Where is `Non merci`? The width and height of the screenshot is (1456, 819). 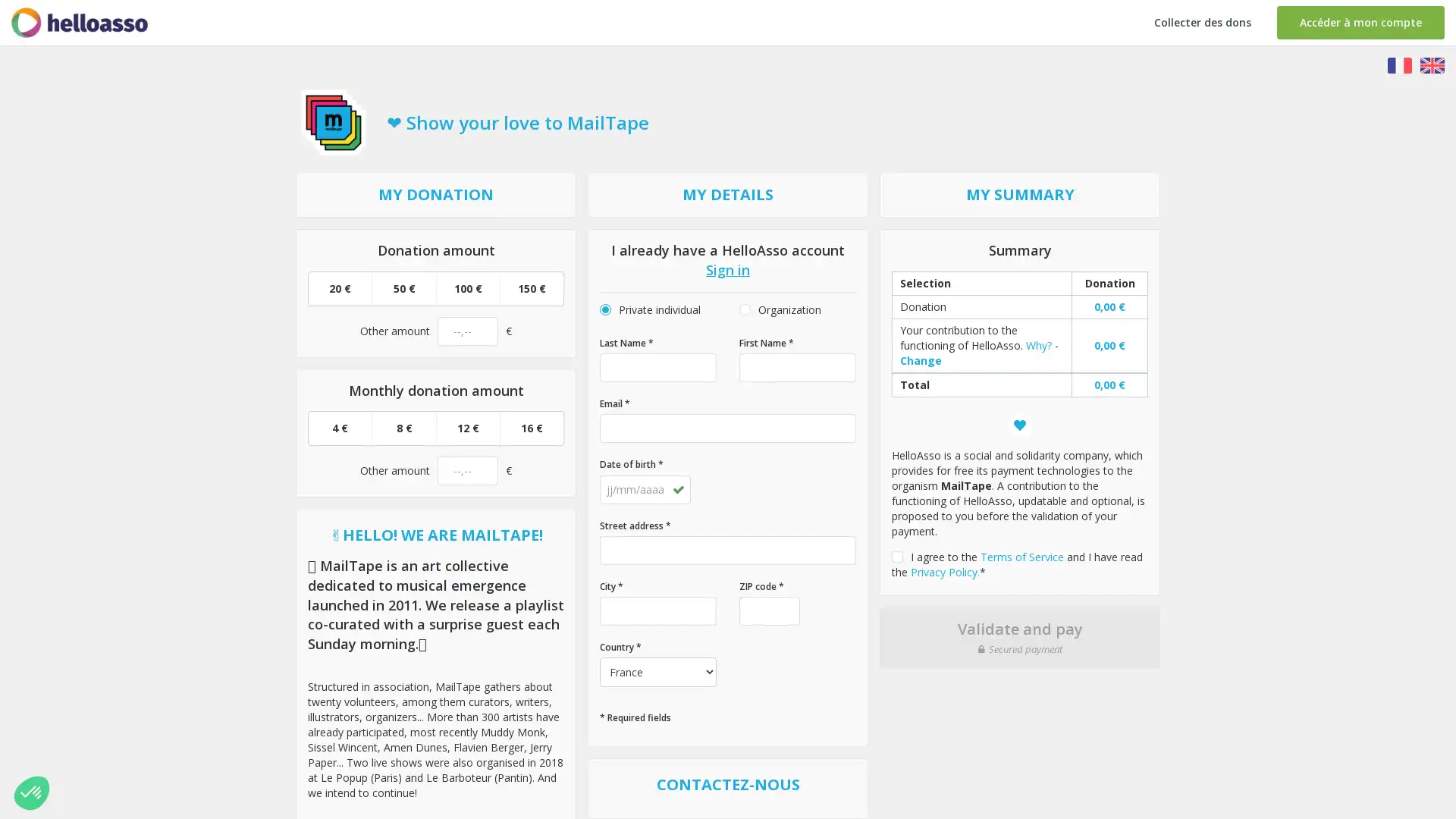
Non merci is located at coordinates (67, 742).